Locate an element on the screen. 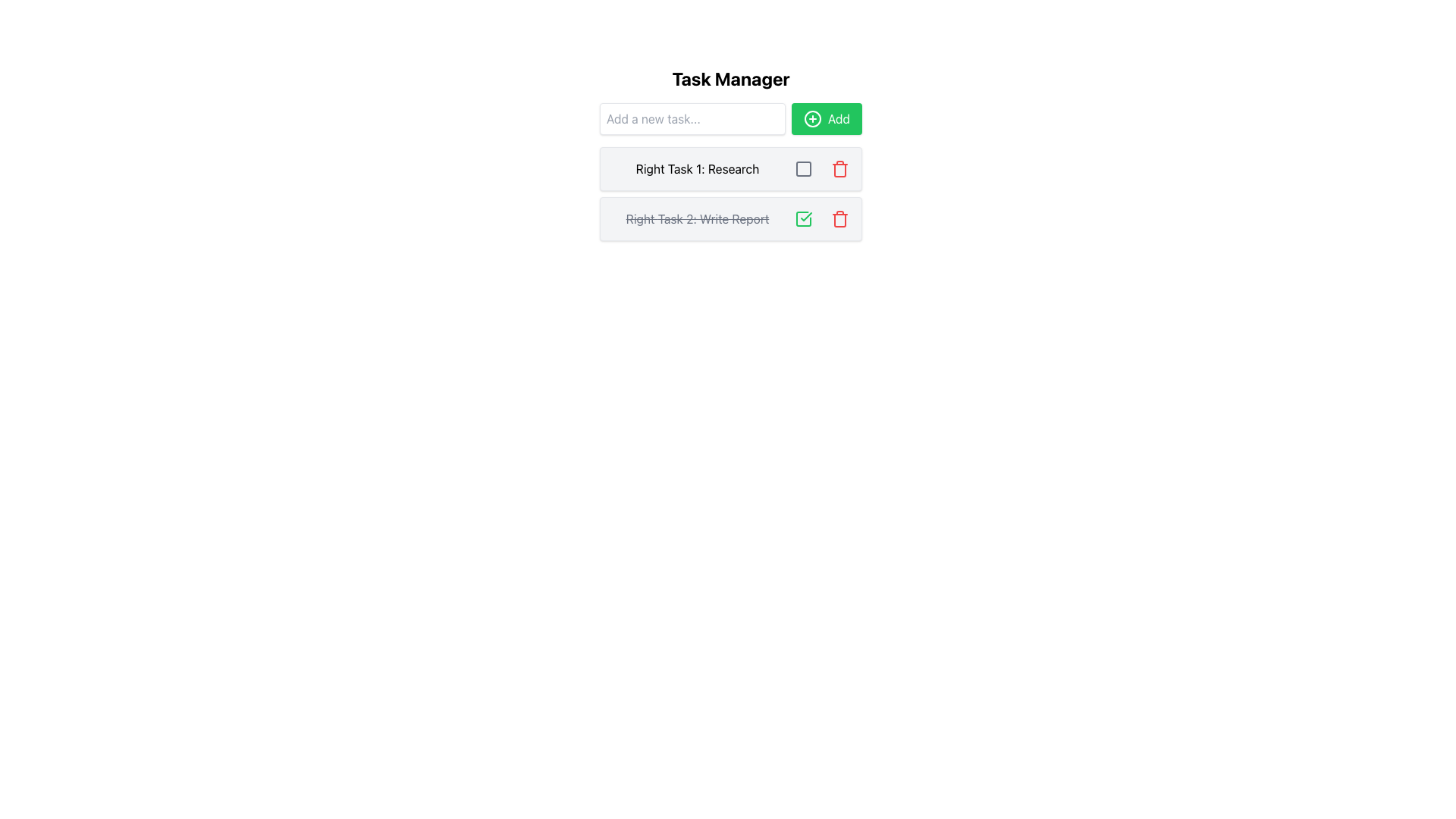  the custom SVG checkbox is located at coordinates (803, 219).